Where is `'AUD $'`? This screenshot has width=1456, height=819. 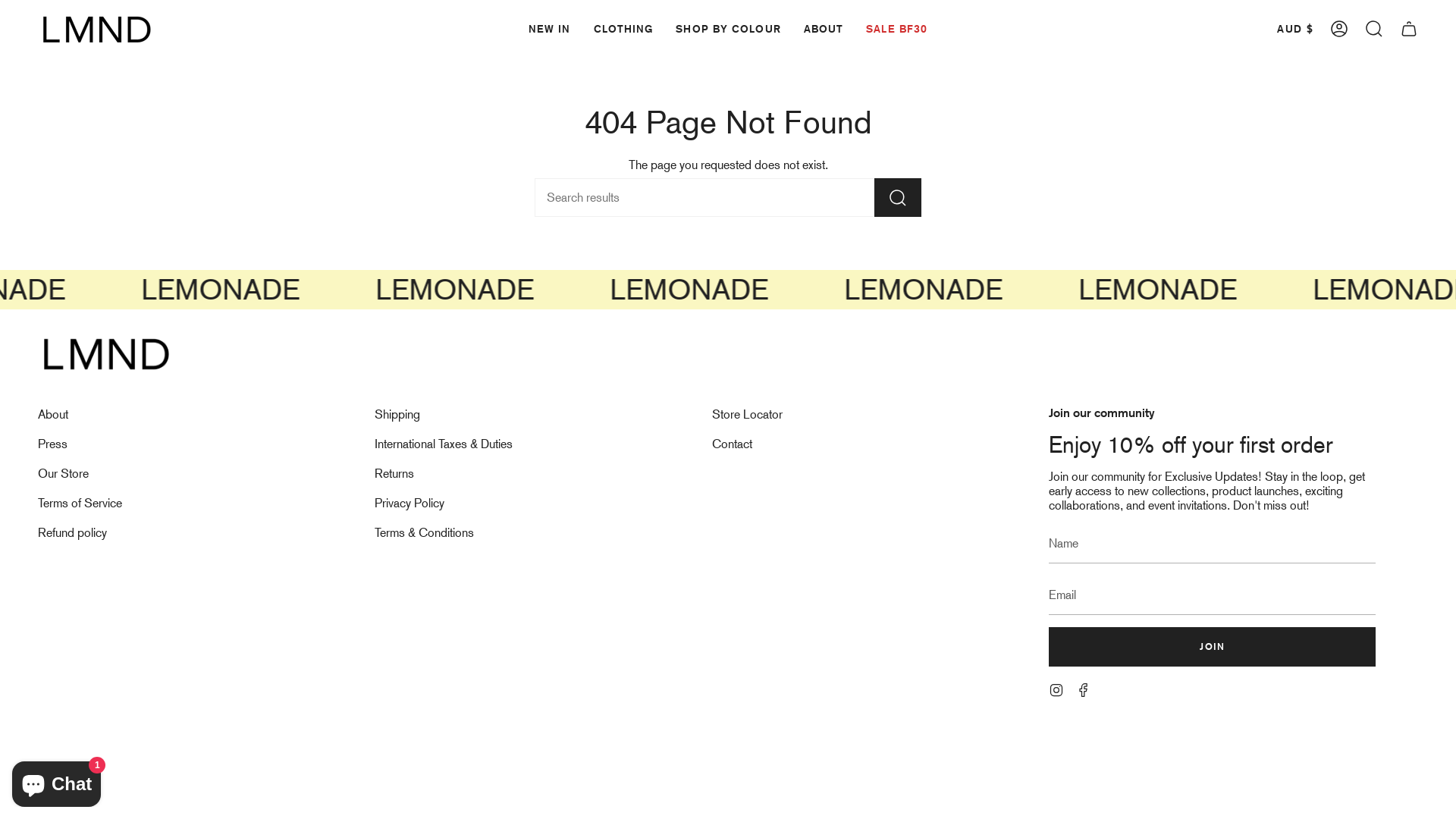
'AUD $' is located at coordinates (1269, 29).